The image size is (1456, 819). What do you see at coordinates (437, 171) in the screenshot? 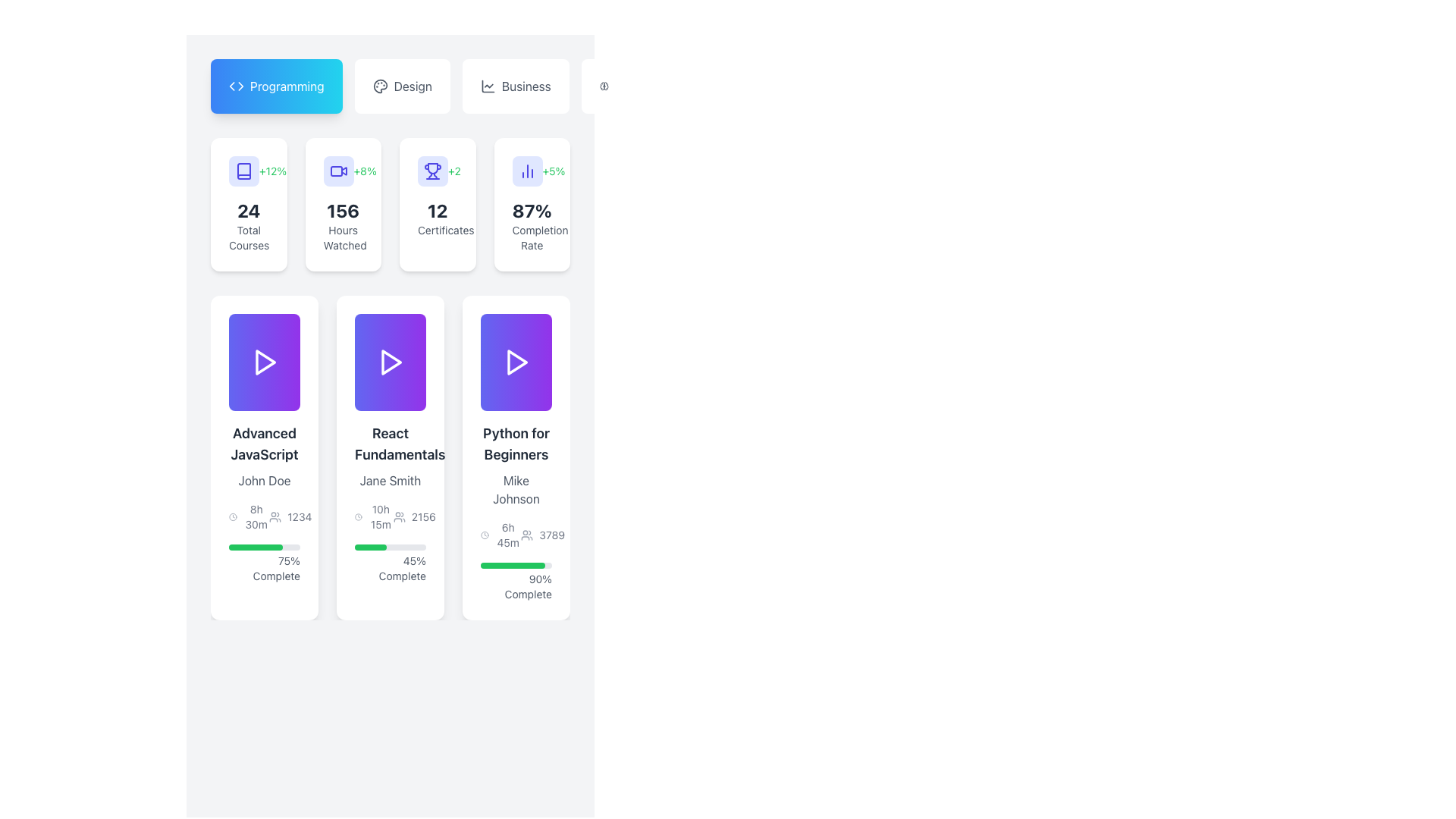
I see `the small trophy icon with an indigo-blue outline located in the center of the 'Certificates' box` at bounding box center [437, 171].